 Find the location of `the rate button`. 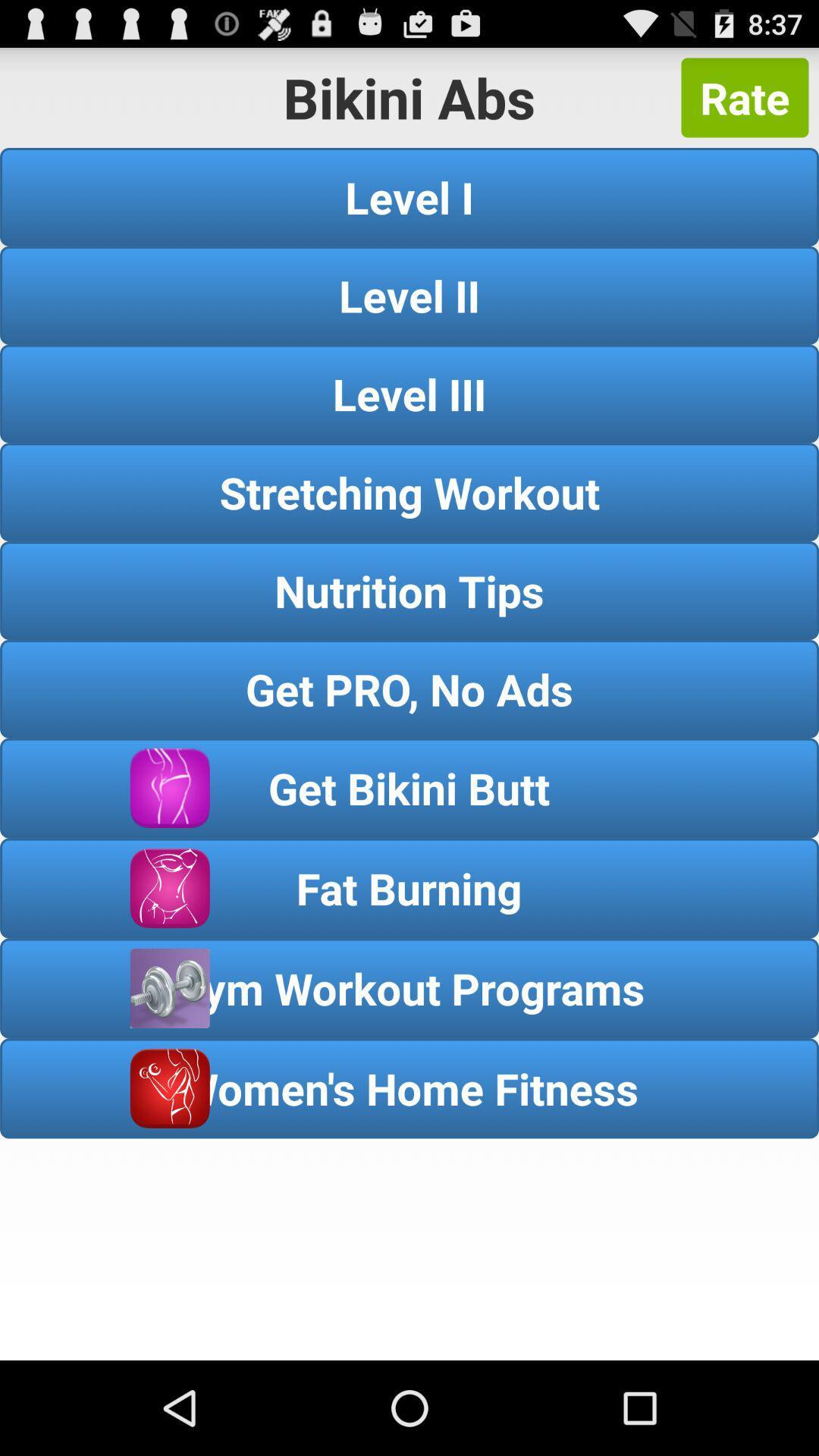

the rate button is located at coordinates (744, 97).